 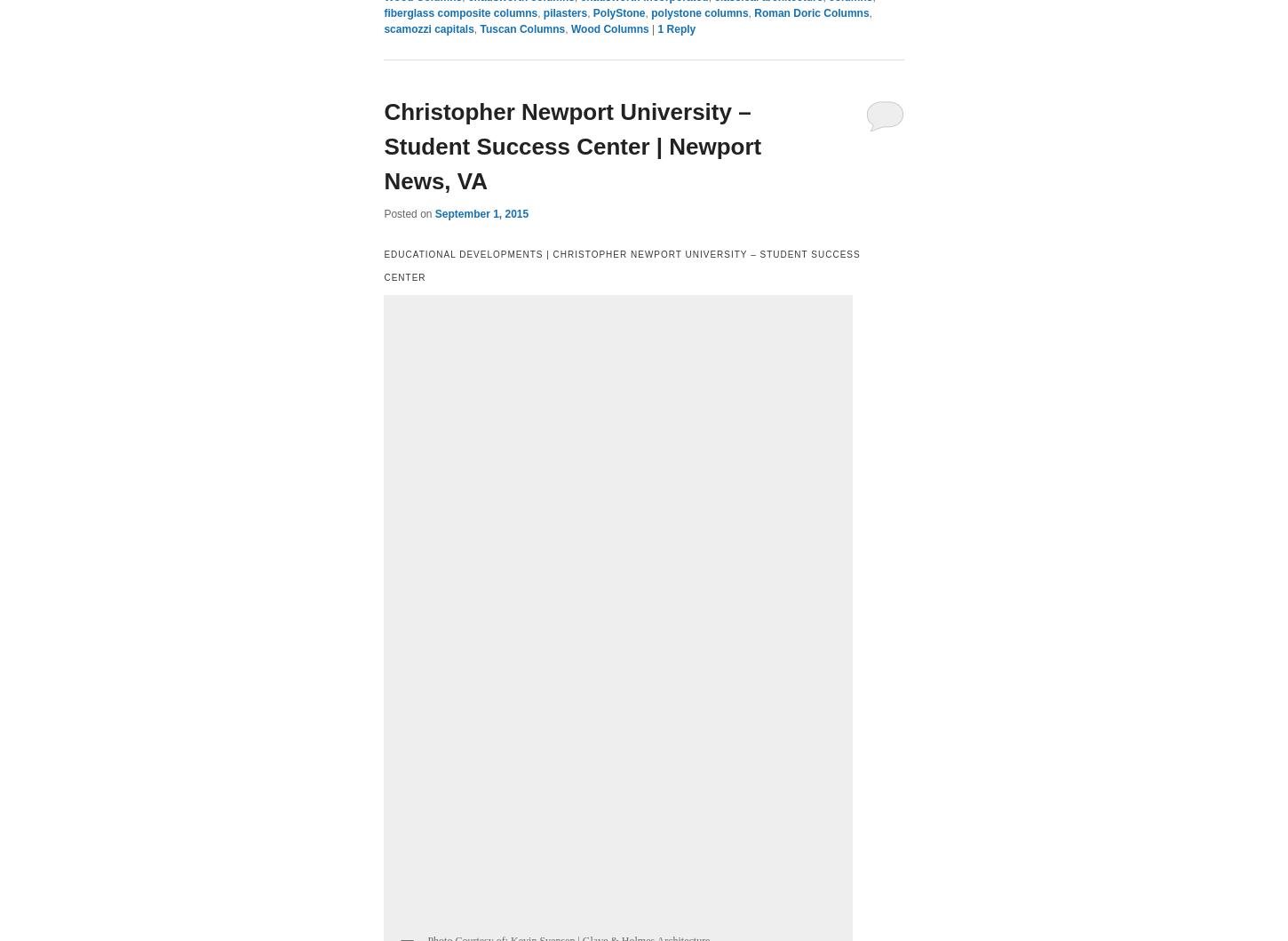 I want to click on '|', so click(x=655, y=29).